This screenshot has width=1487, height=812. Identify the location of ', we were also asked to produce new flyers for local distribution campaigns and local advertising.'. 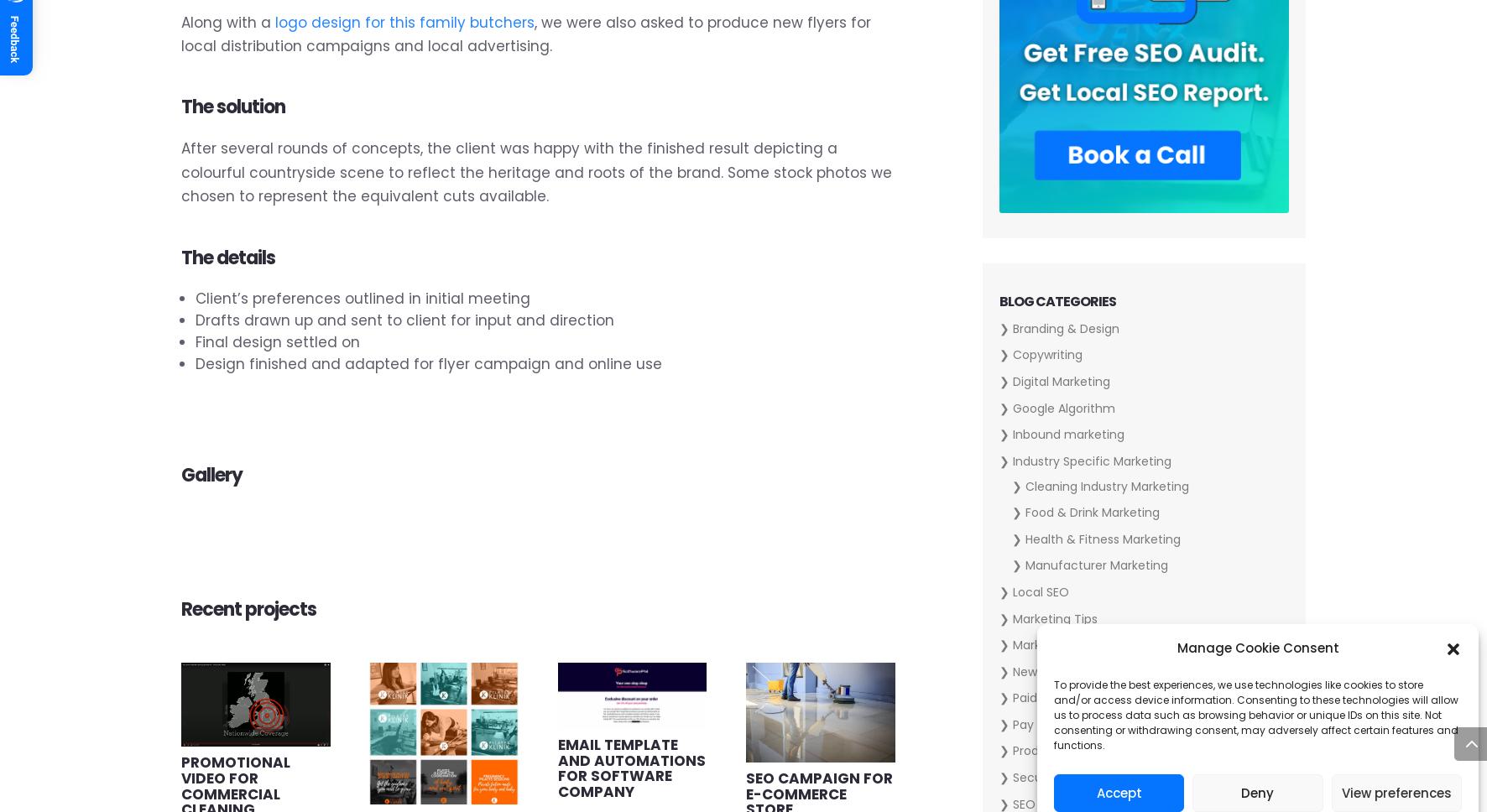
(525, 34).